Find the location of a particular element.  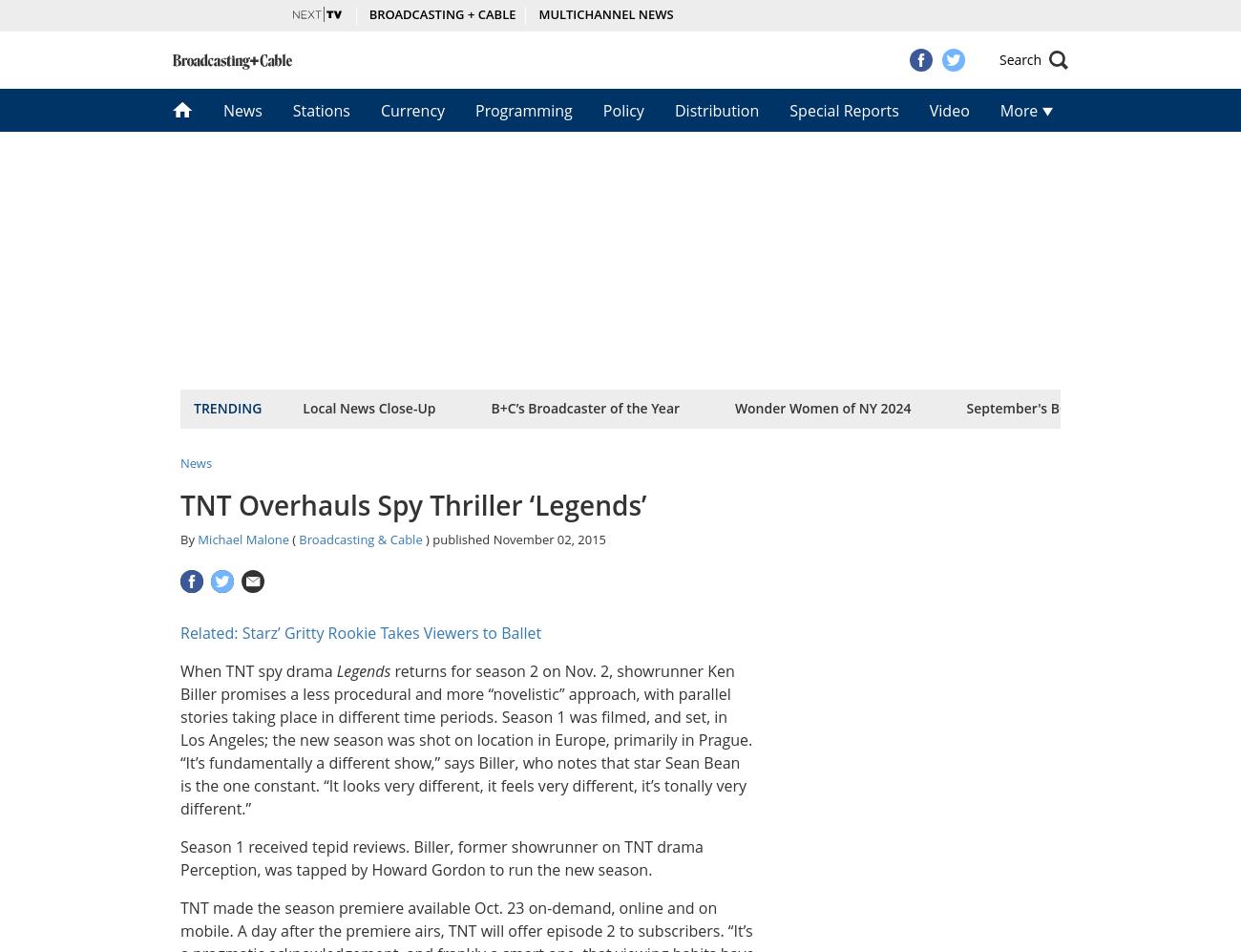

'(' is located at coordinates (295, 539).